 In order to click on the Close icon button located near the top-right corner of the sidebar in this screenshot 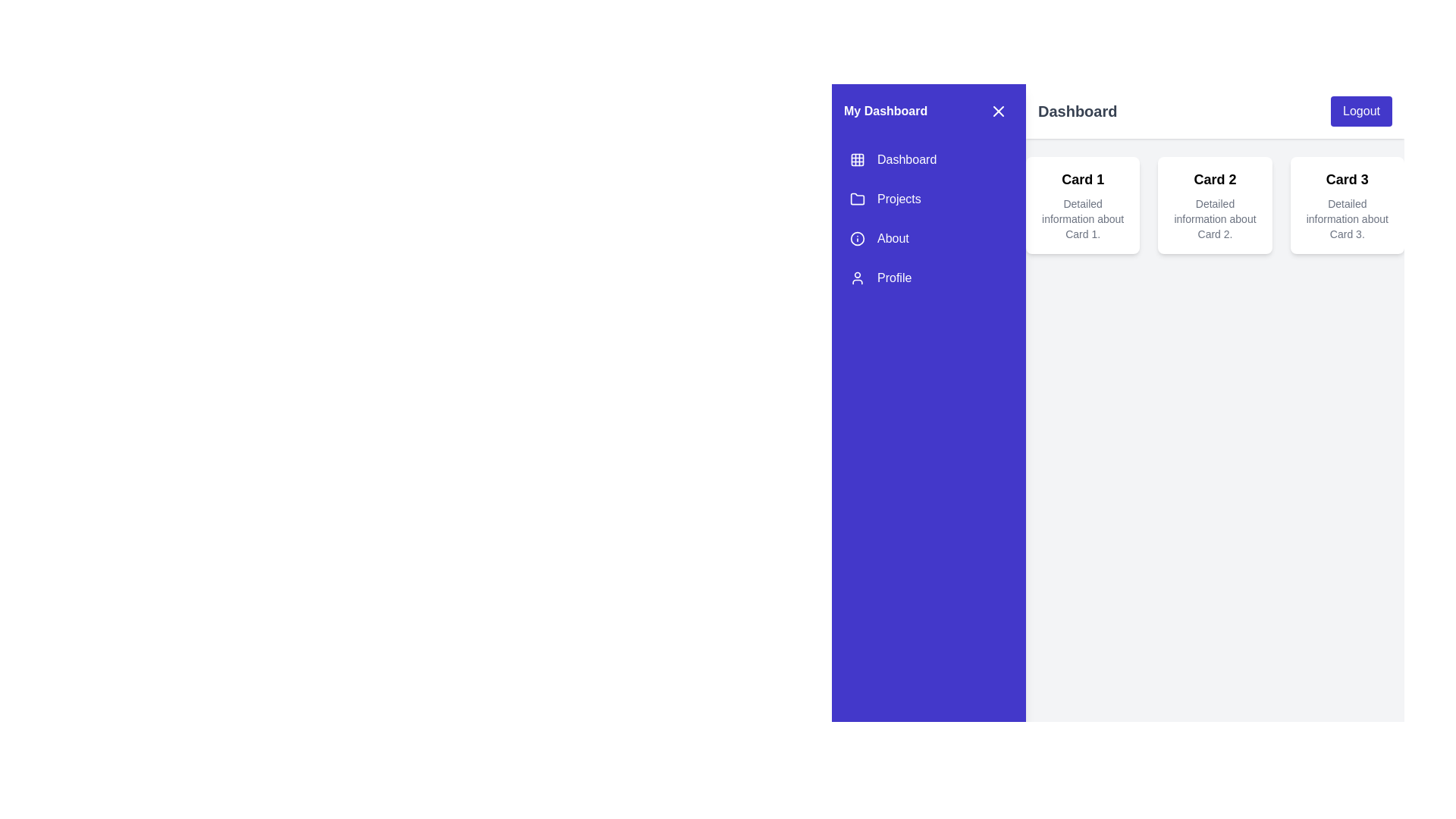, I will do `click(998, 110)`.